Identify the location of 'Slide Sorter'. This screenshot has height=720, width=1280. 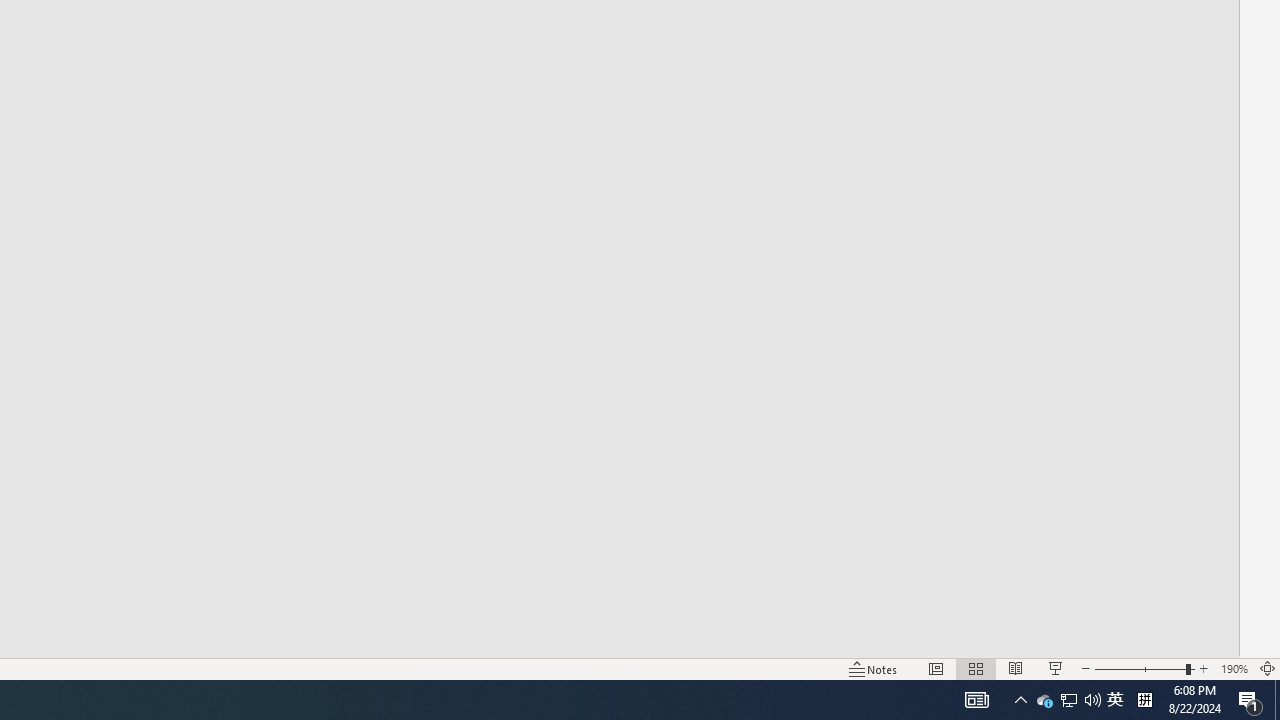
(976, 669).